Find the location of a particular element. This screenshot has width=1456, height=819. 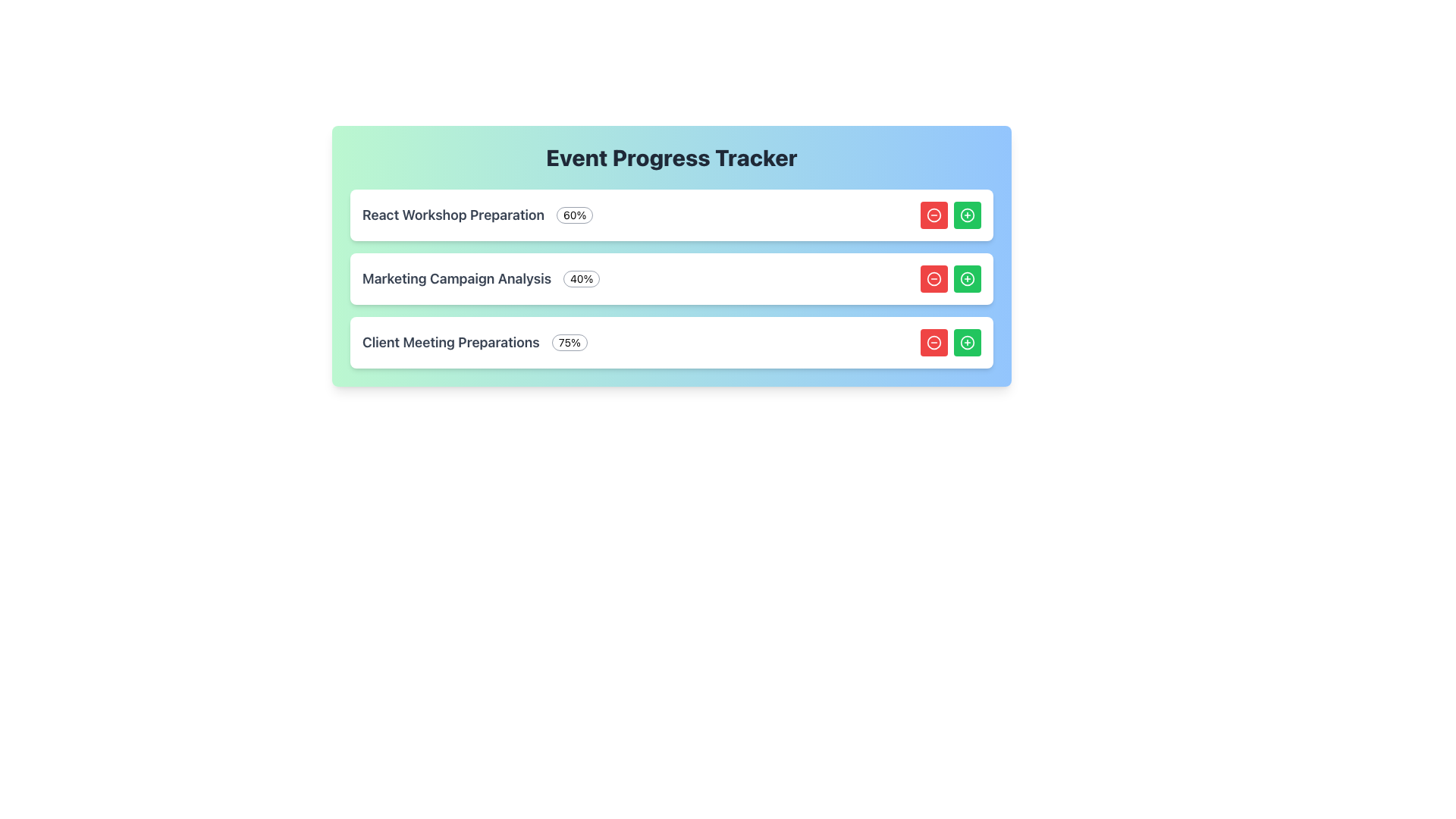

the rounded label displaying '60%' which is located in the progress tracker interface, immediately following the item title 'React Workshop Preparation' is located at coordinates (574, 215).